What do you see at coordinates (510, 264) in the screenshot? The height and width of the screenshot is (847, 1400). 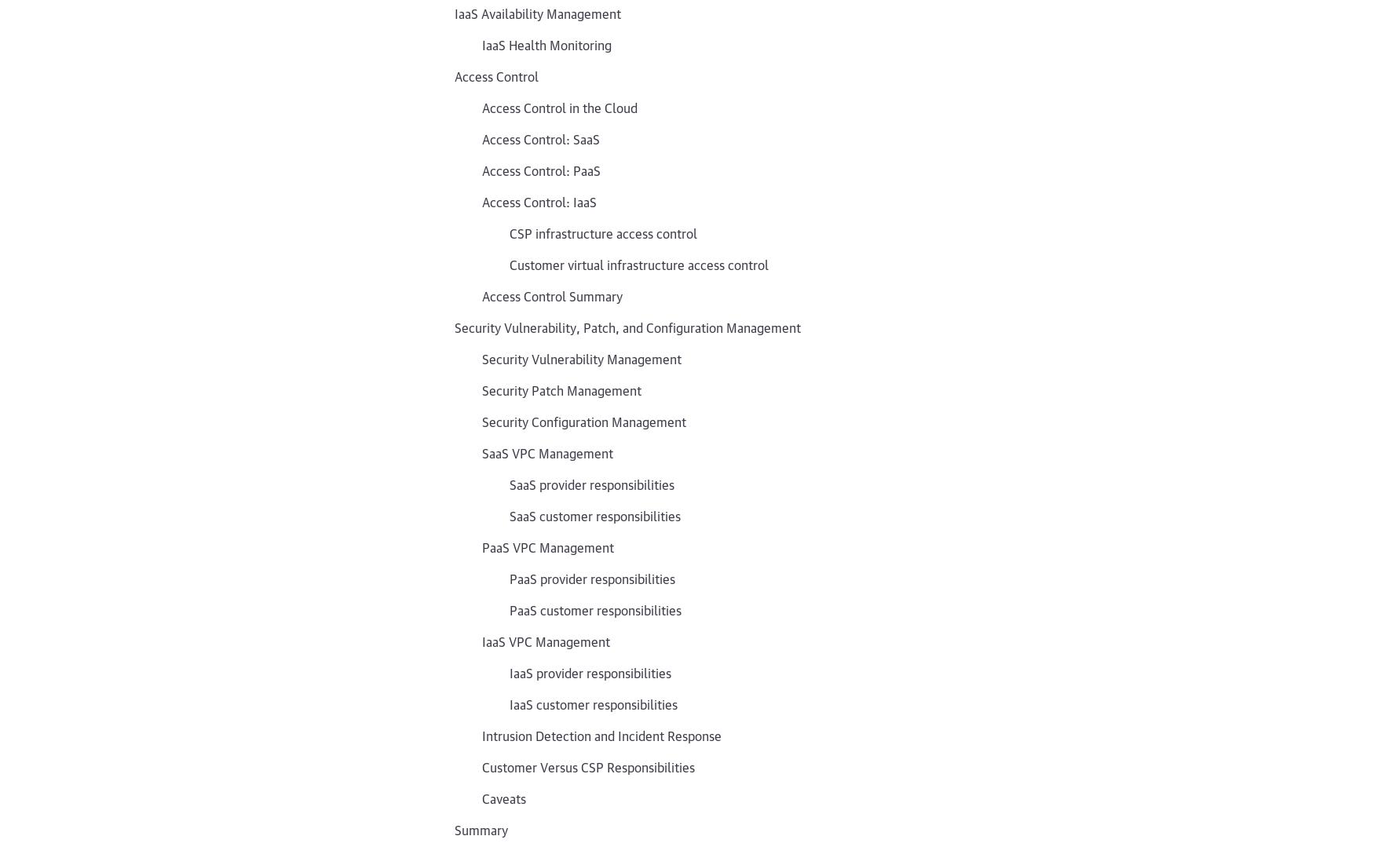 I see `'Customer virtual infrastructure access control'` at bounding box center [510, 264].